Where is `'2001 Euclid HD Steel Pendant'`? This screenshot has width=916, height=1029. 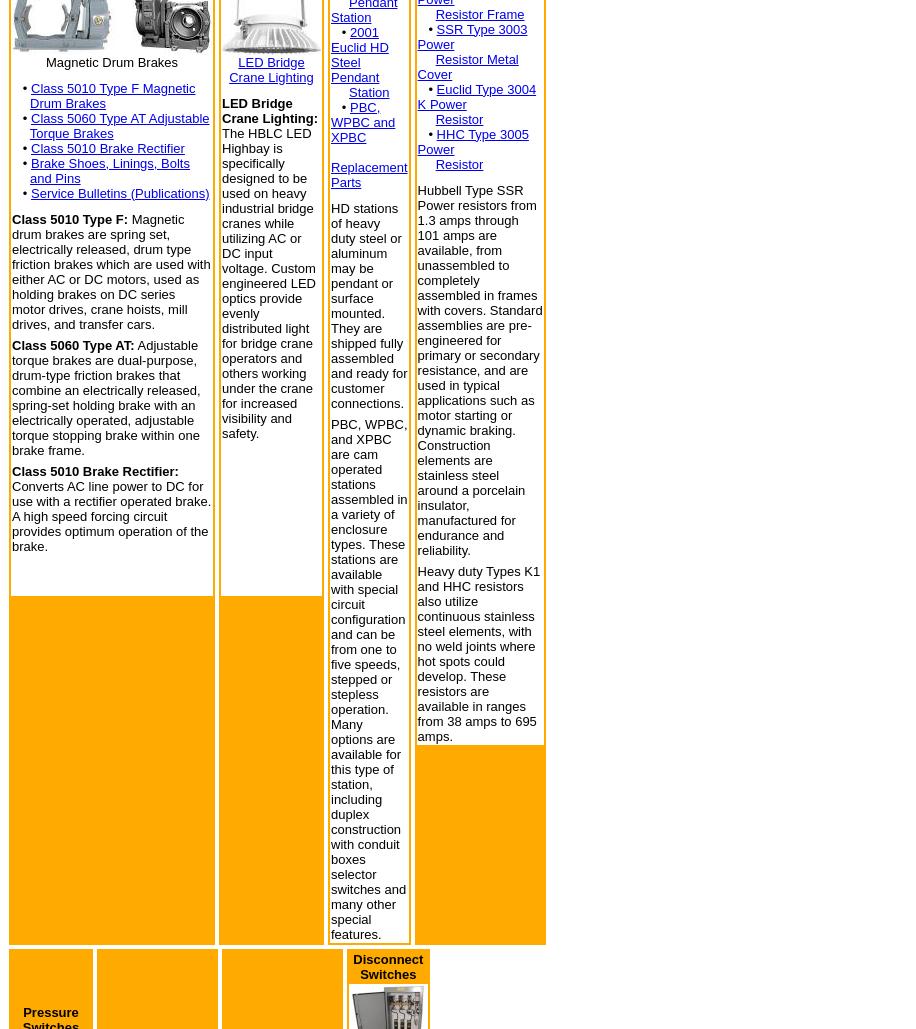
'2001 Euclid HD Steel Pendant' is located at coordinates (359, 54).